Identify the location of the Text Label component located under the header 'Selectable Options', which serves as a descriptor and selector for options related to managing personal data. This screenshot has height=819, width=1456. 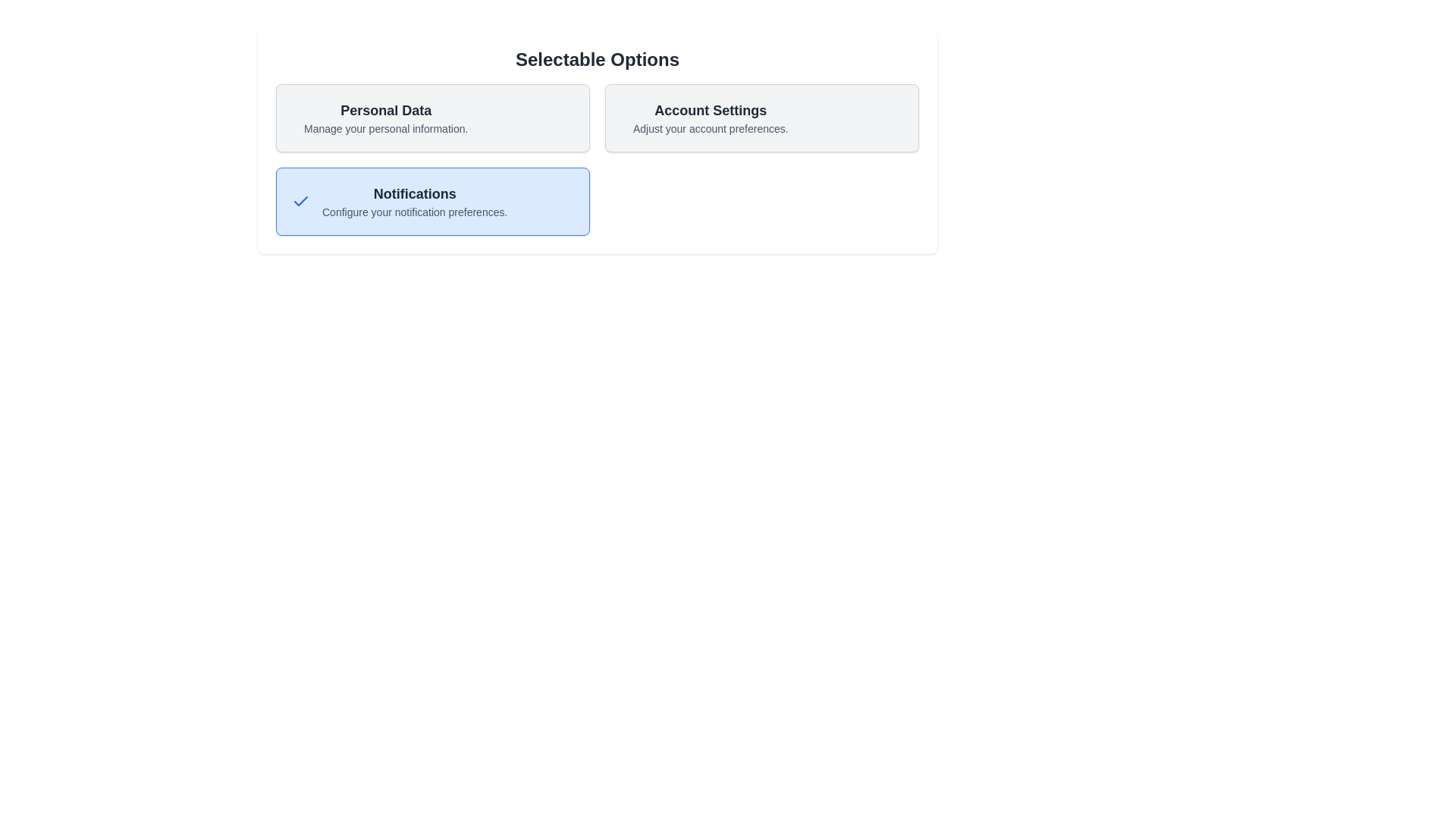
(386, 117).